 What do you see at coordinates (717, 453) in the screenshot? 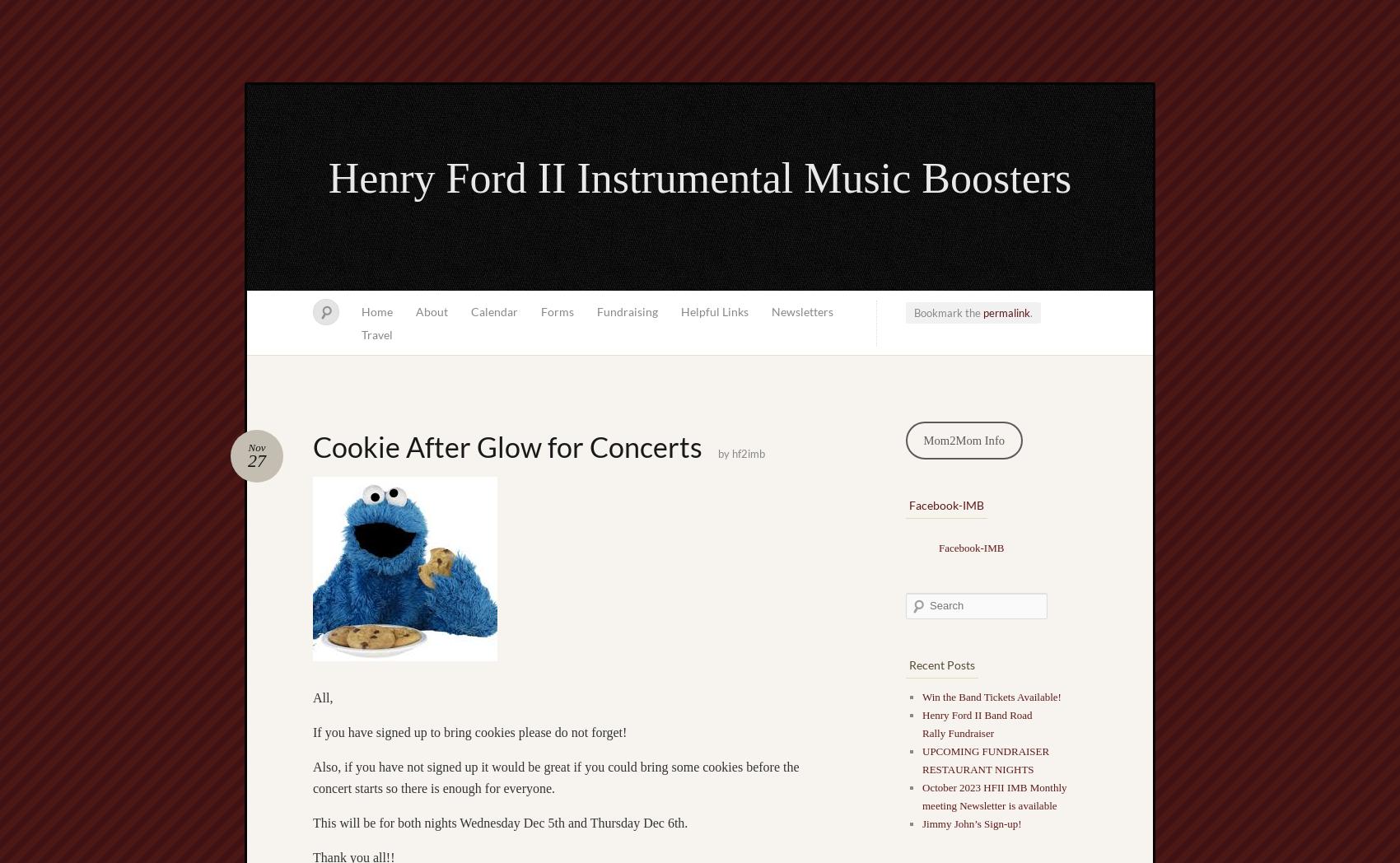
I see `'by'` at bounding box center [717, 453].